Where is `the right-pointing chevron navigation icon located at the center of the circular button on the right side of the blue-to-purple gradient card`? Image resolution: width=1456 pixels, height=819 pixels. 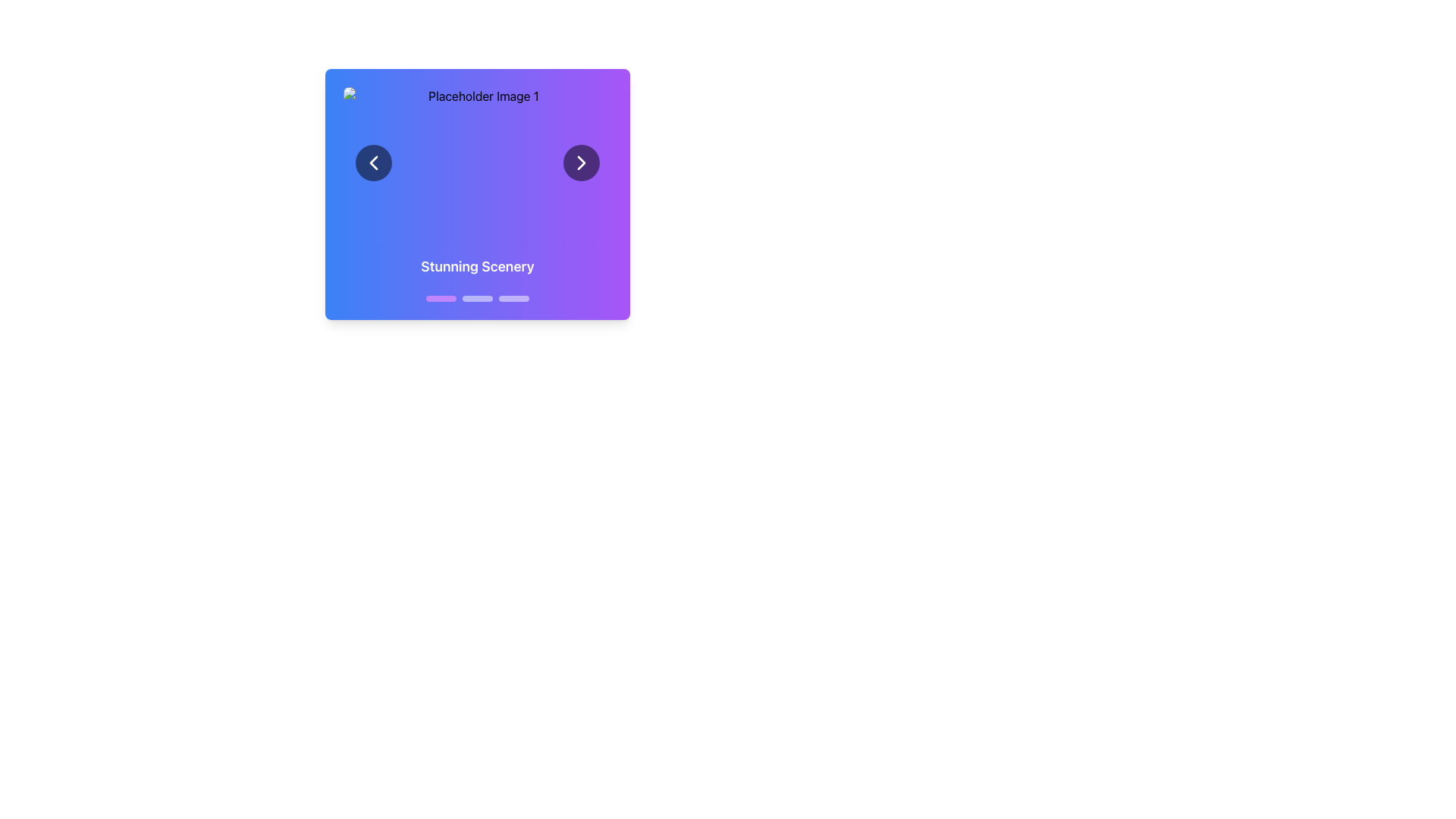 the right-pointing chevron navigation icon located at the center of the circular button on the right side of the blue-to-purple gradient card is located at coordinates (581, 162).